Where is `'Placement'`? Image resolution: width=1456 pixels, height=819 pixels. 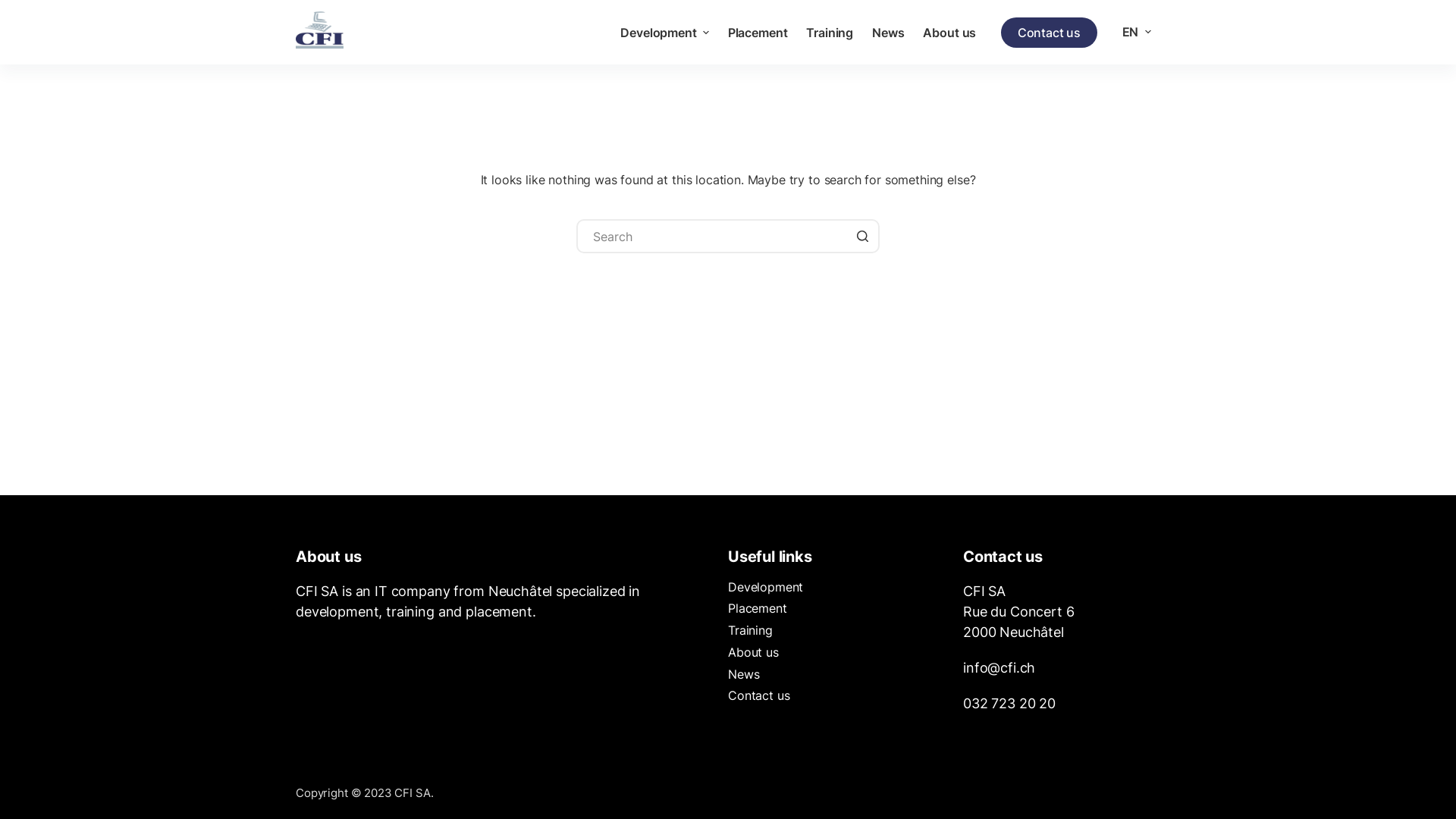
'Placement' is located at coordinates (757, 607).